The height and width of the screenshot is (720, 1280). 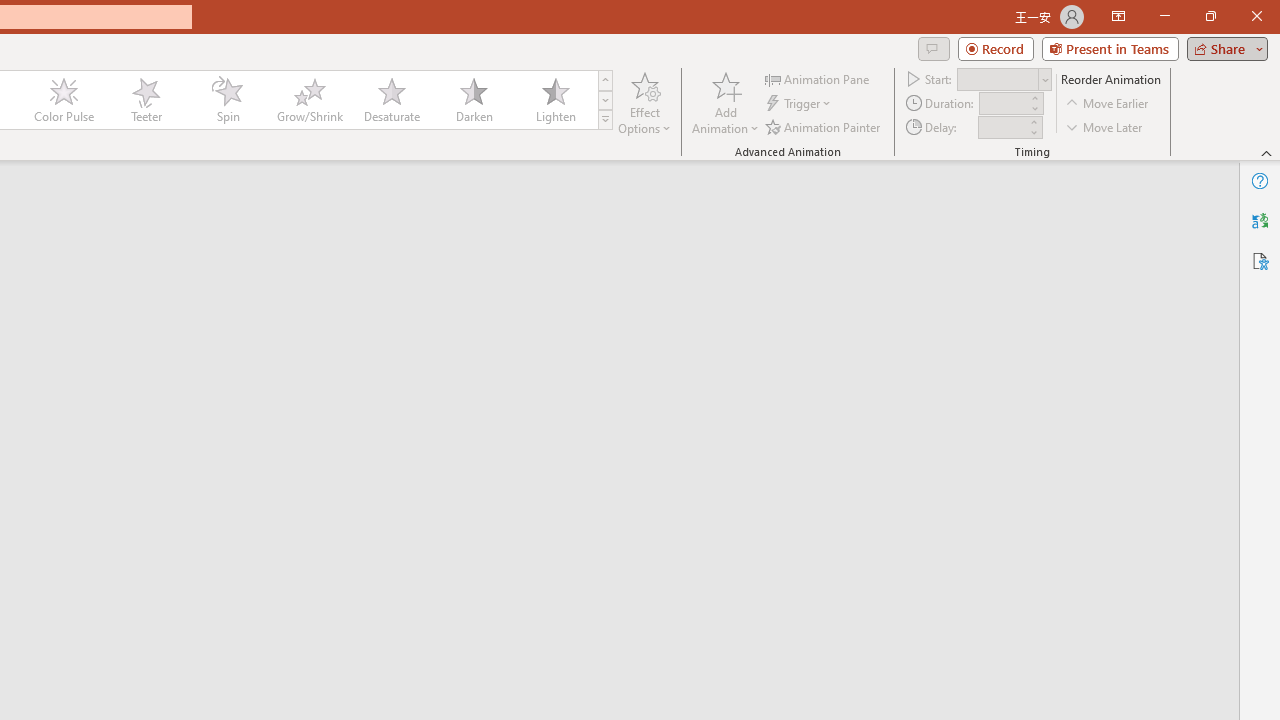 I want to click on 'Effect Options', so click(x=645, y=103).